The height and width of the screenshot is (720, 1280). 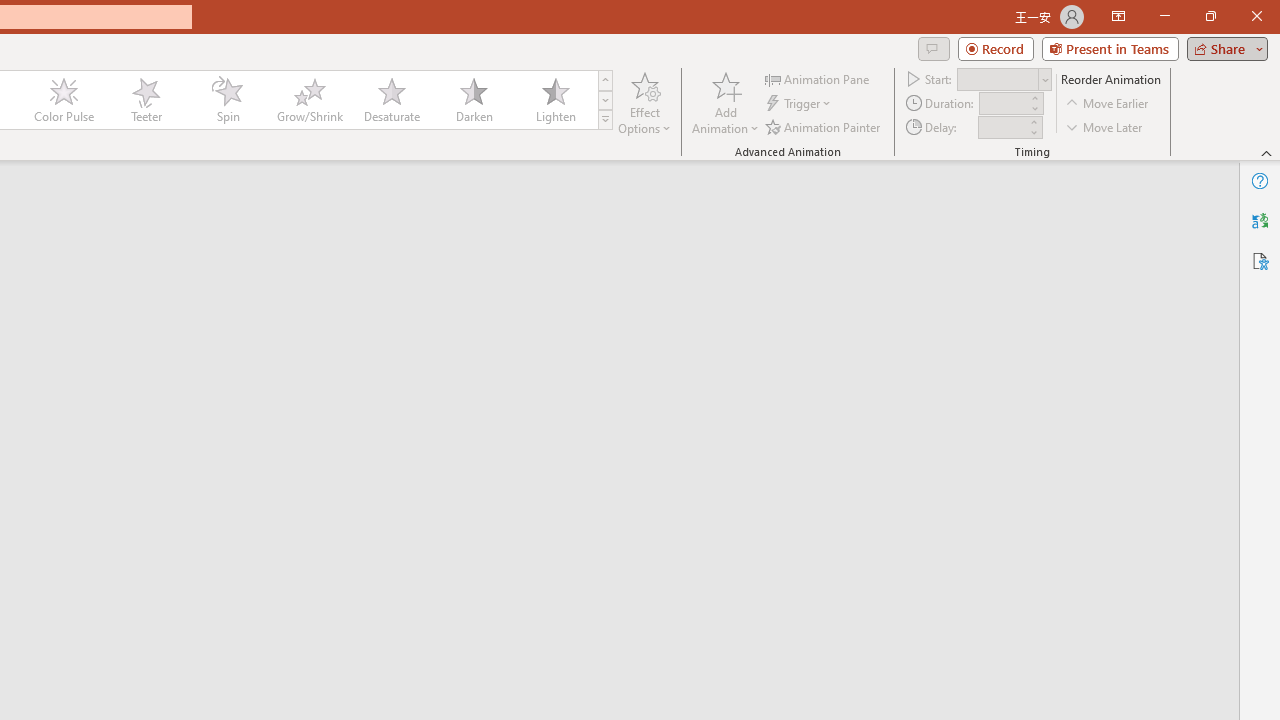 I want to click on 'Effect Options', so click(x=645, y=103).